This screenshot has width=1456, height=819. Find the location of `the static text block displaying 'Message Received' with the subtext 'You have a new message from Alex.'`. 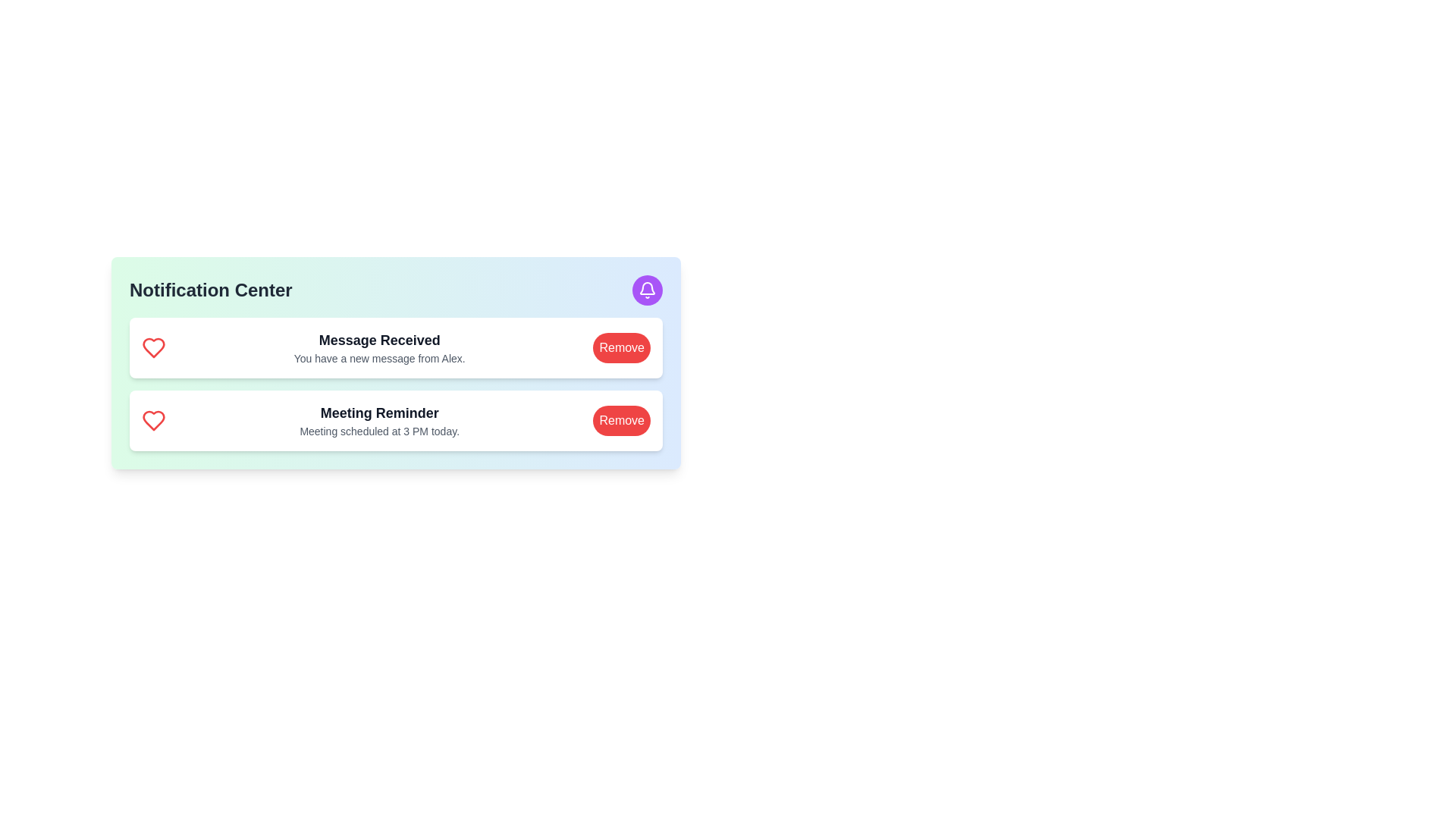

the static text block displaying 'Message Received' with the subtext 'You have a new message from Alex.' is located at coordinates (379, 348).